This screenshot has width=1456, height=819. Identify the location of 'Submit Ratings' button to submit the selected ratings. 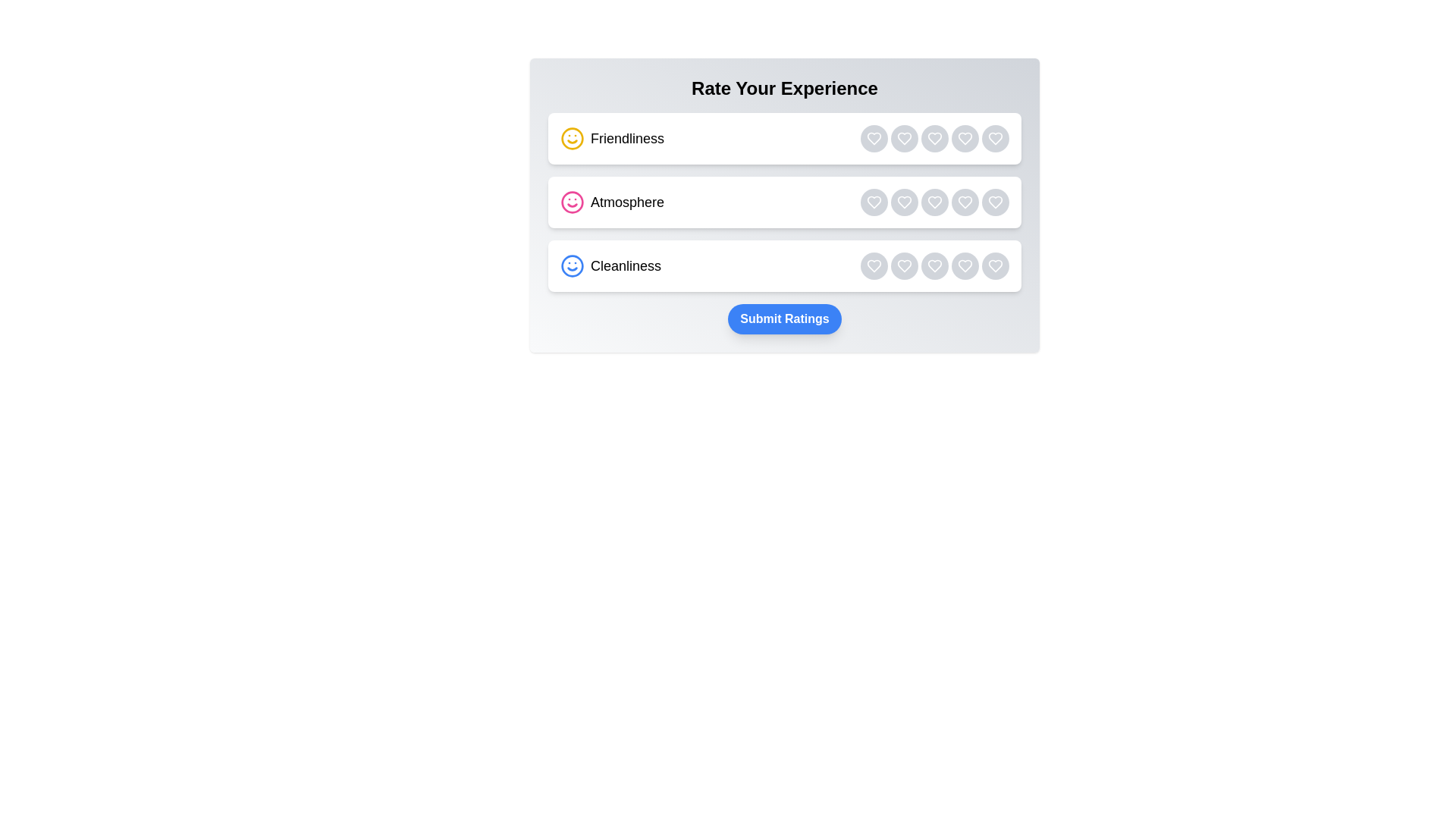
(785, 318).